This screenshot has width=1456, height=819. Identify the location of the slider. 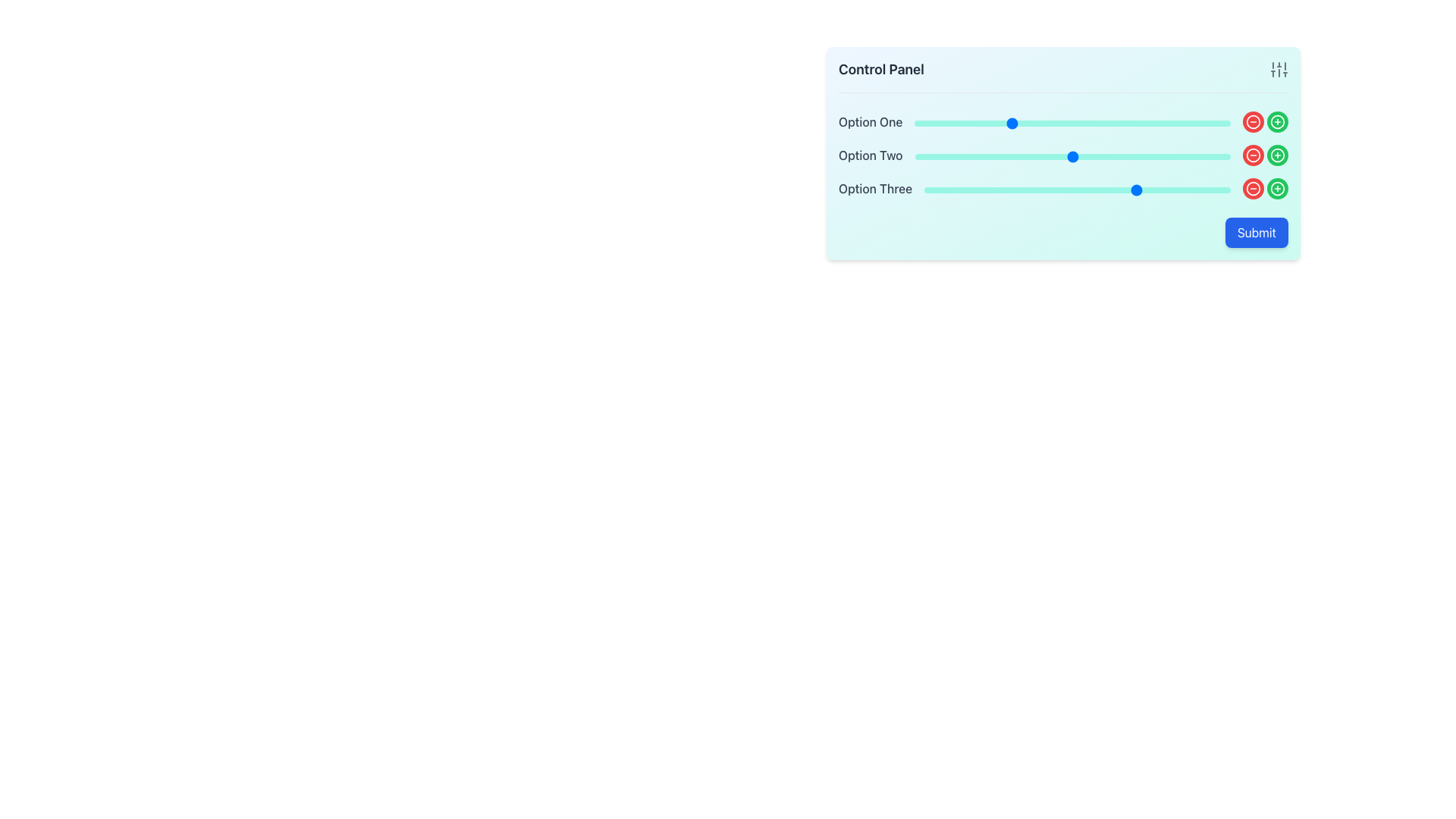
(990, 157).